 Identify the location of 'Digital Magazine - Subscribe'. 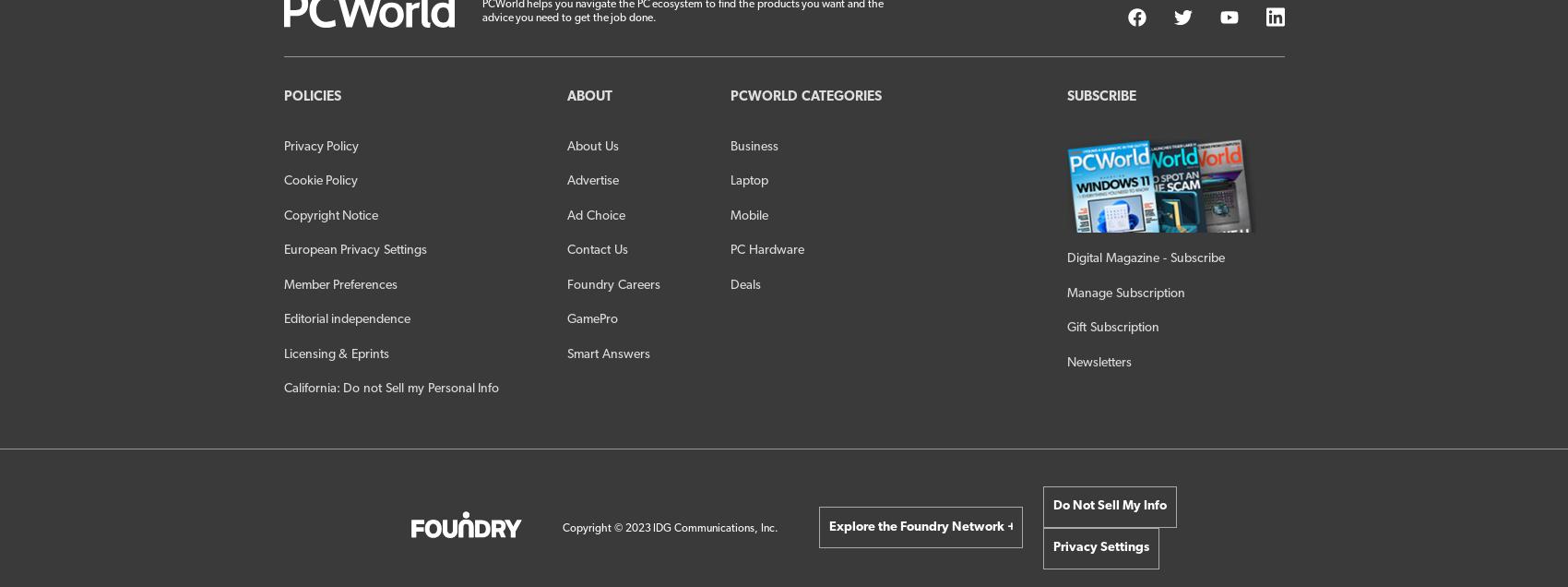
(1145, 258).